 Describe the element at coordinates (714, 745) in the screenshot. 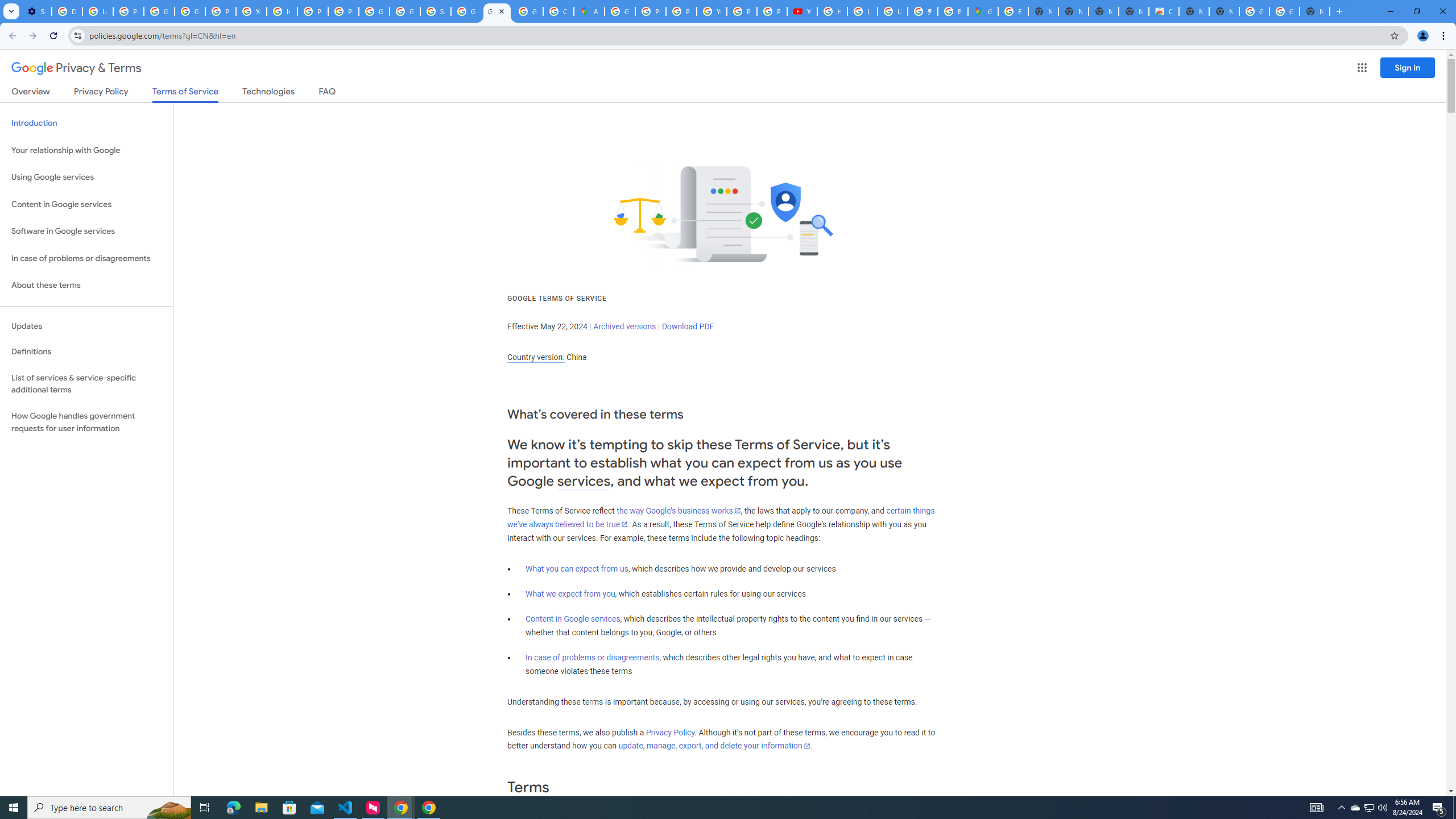

I see `'update, manage, export, and delete your information'` at that location.